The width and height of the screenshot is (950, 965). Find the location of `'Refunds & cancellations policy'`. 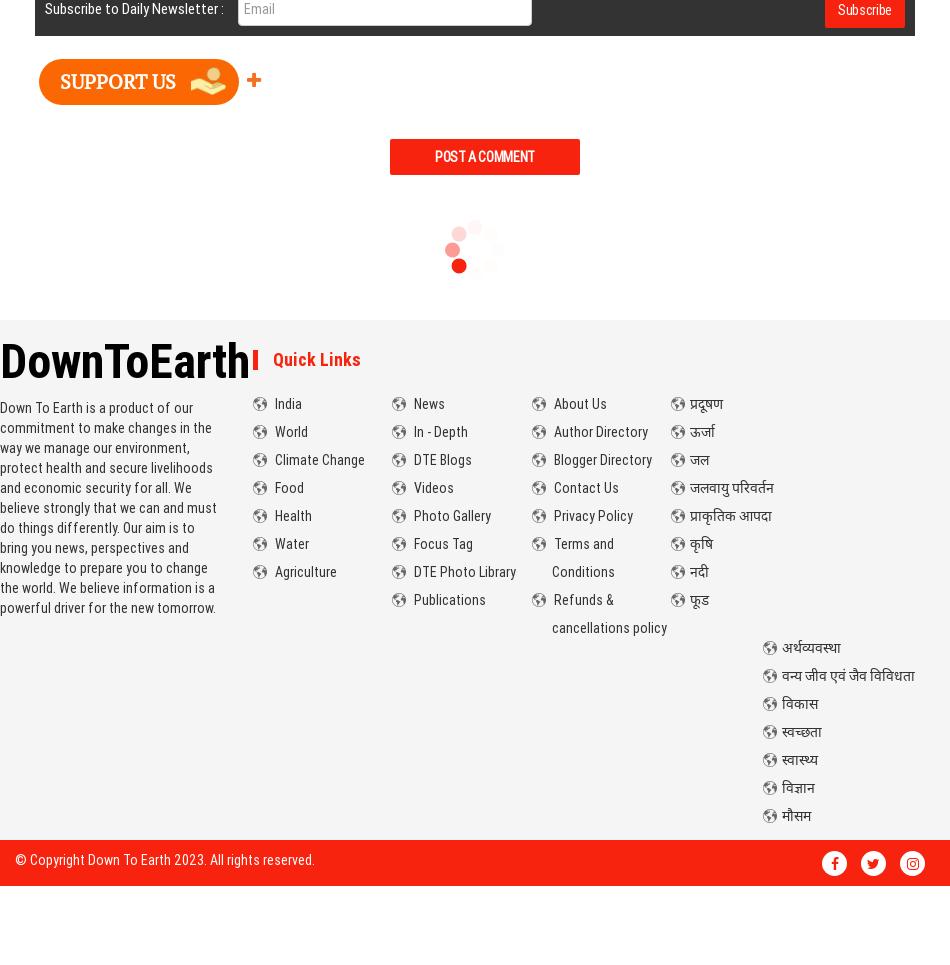

'Refunds & cancellations policy' is located at coordinates (608, 613).